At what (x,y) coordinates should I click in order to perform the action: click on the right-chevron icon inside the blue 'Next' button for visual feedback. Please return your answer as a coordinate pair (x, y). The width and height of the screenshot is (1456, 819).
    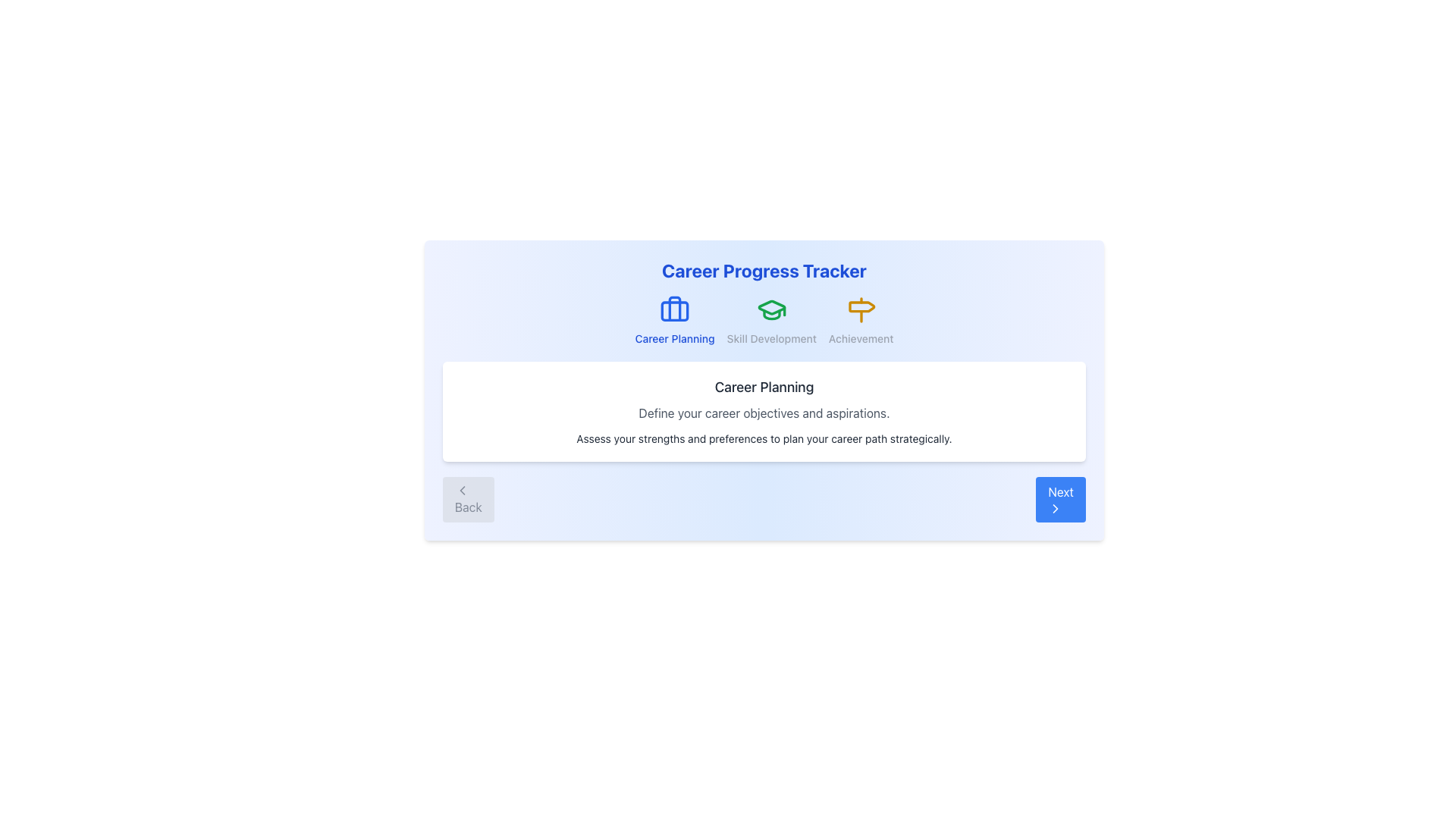
    Looking at the image, I should click on (1055, 509).